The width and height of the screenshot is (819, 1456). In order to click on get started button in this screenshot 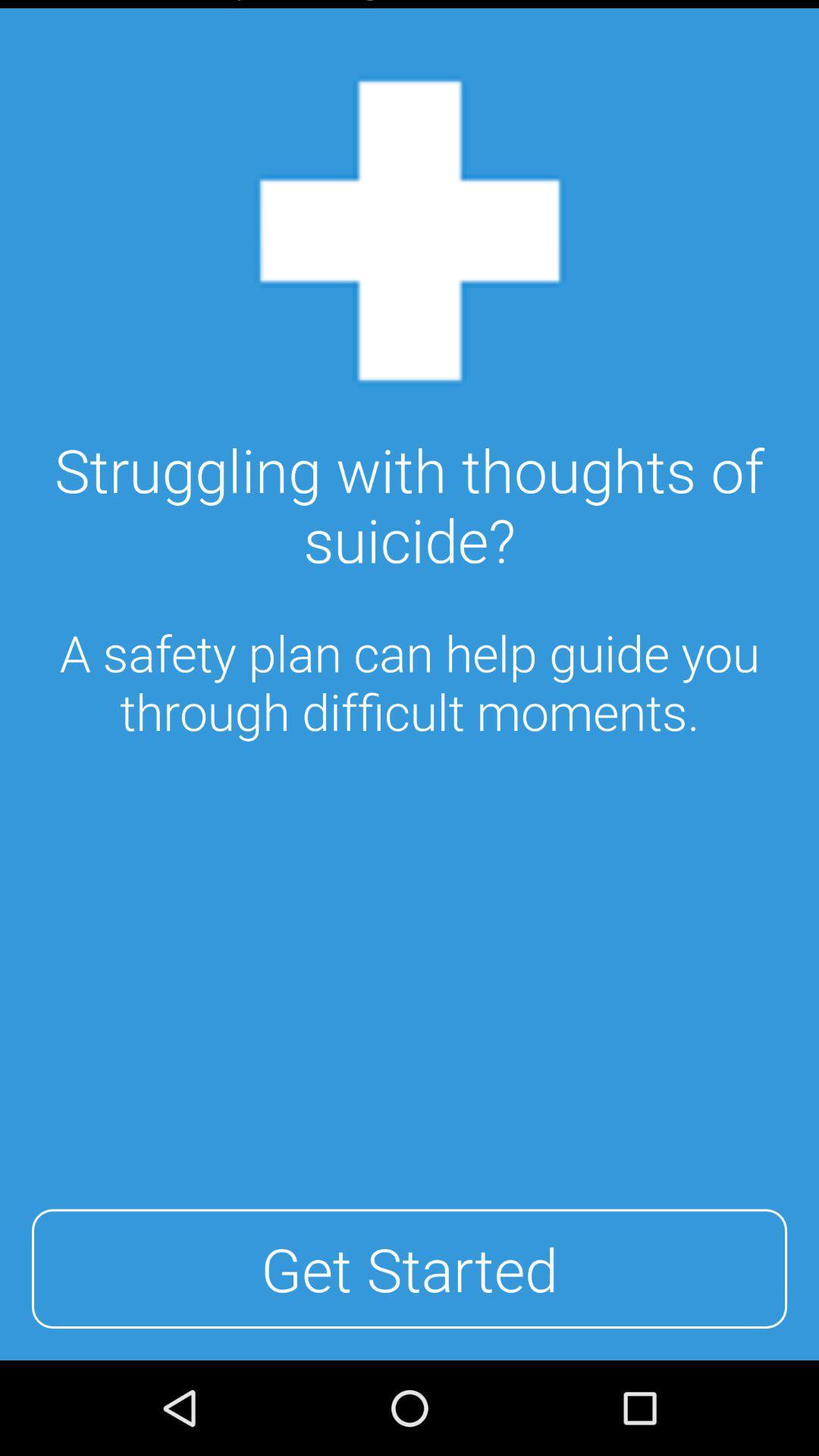, I will do `click(409, 1269)`.